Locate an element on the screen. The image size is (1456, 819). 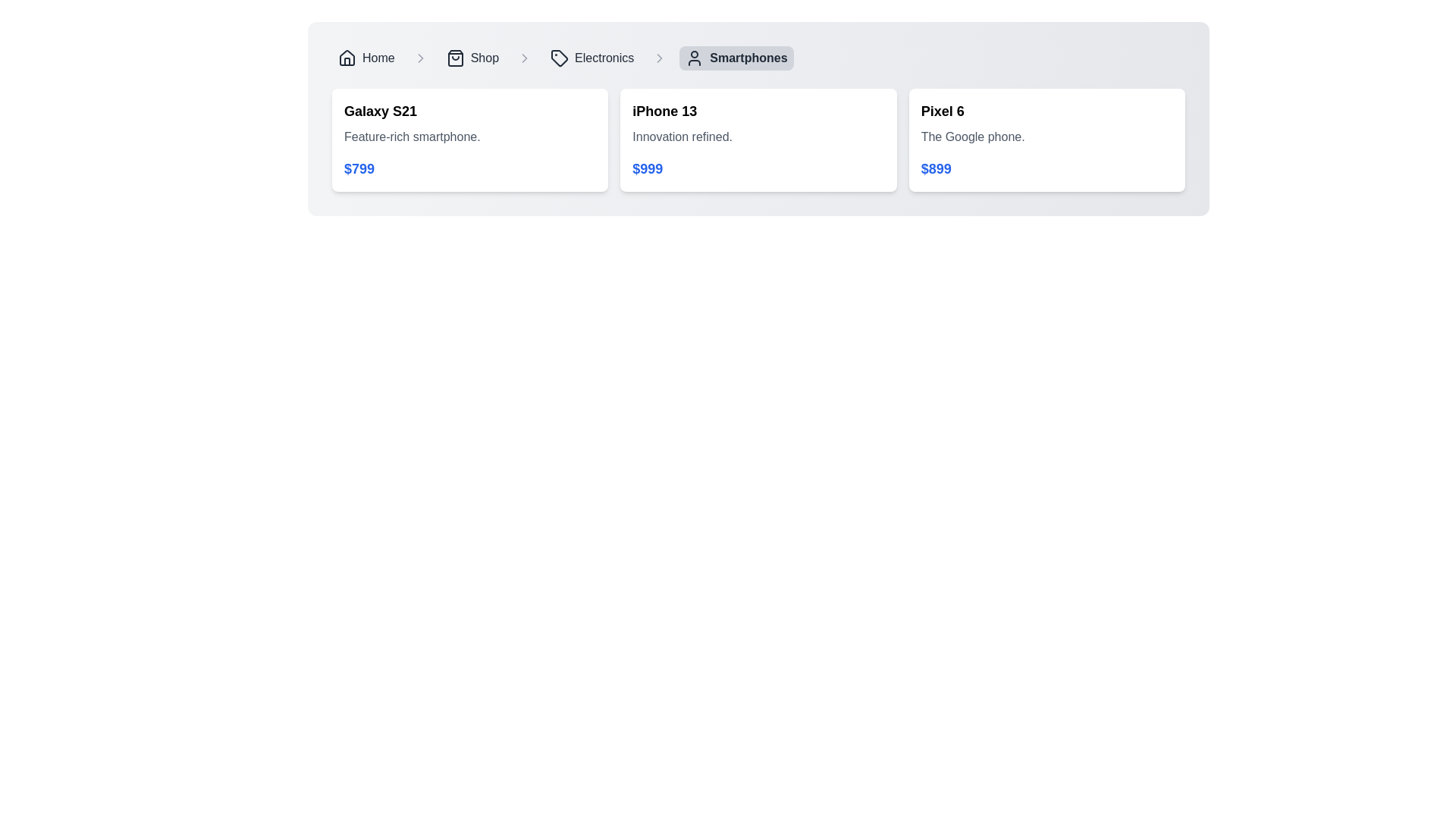
the Breadcrumb Navigation Link that features a house icon and the text 'Home', which is the first item in the breadcrumb navigation bar at the top of the interface is located at coordinates (366, 58).